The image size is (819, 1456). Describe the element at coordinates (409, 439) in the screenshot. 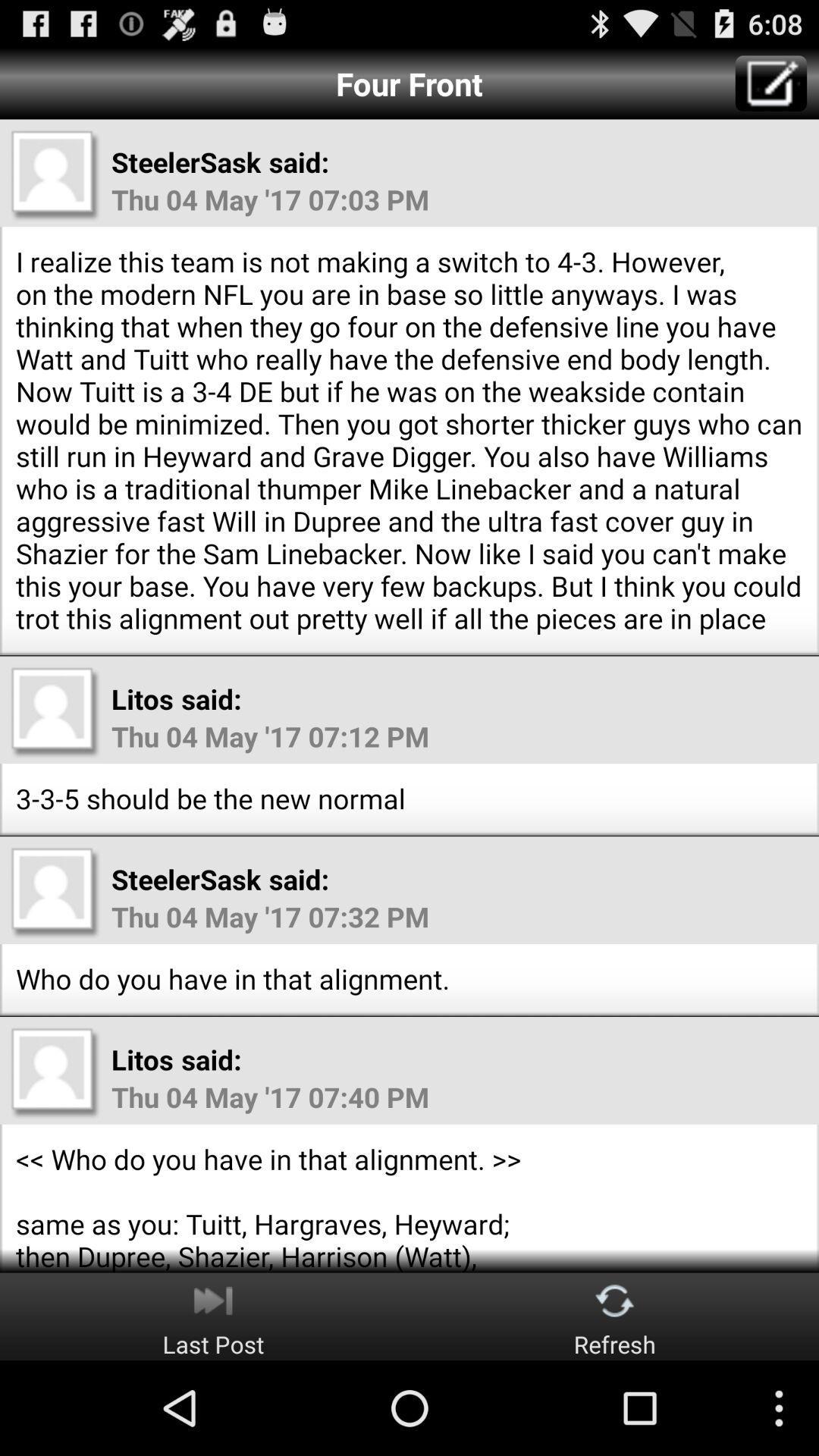

I see `i realize this` at that location.